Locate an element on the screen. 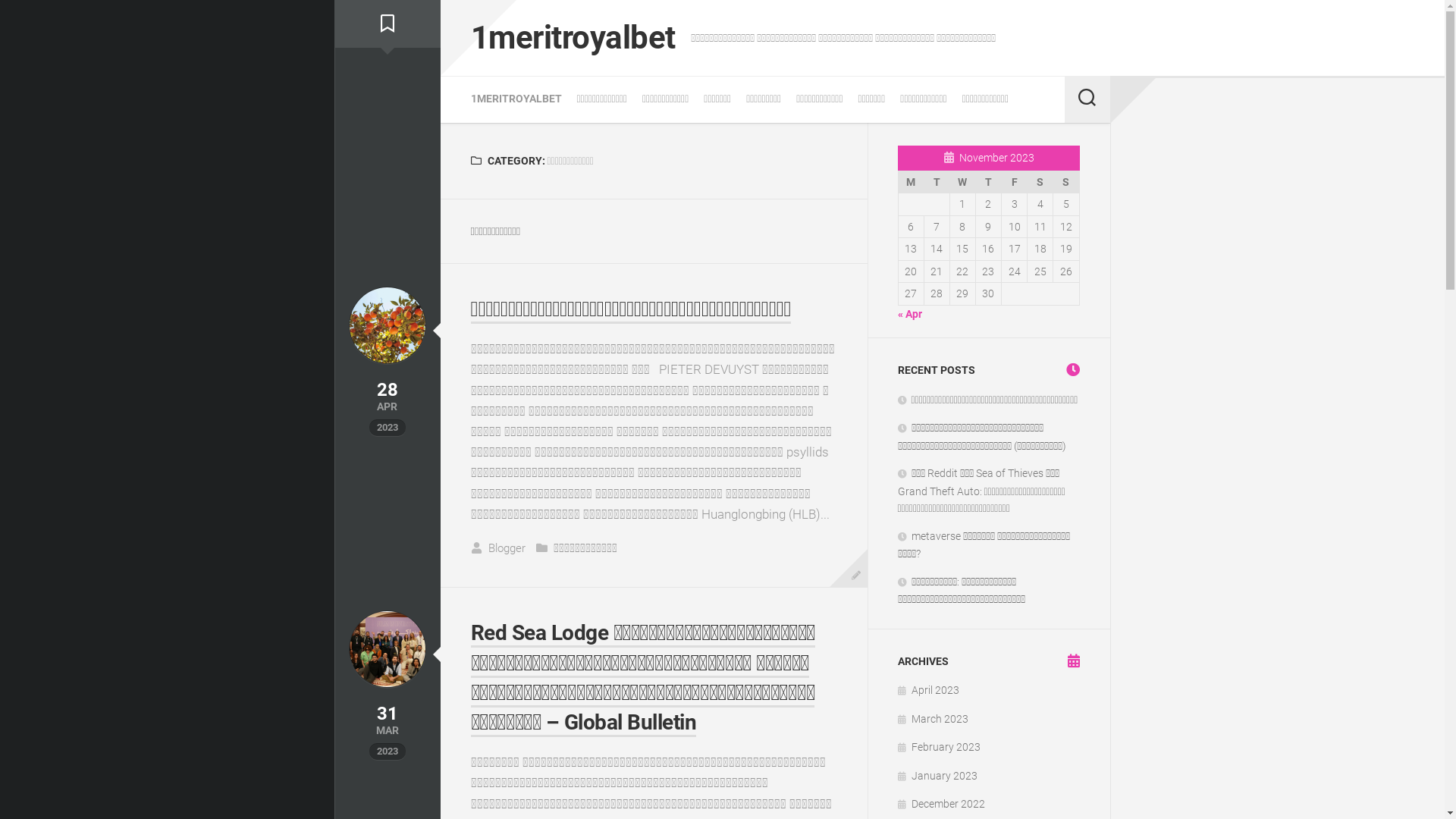 This screenshot has width=1456, height=819. '1meritroyalbet' is located at coordinates (571, 37).